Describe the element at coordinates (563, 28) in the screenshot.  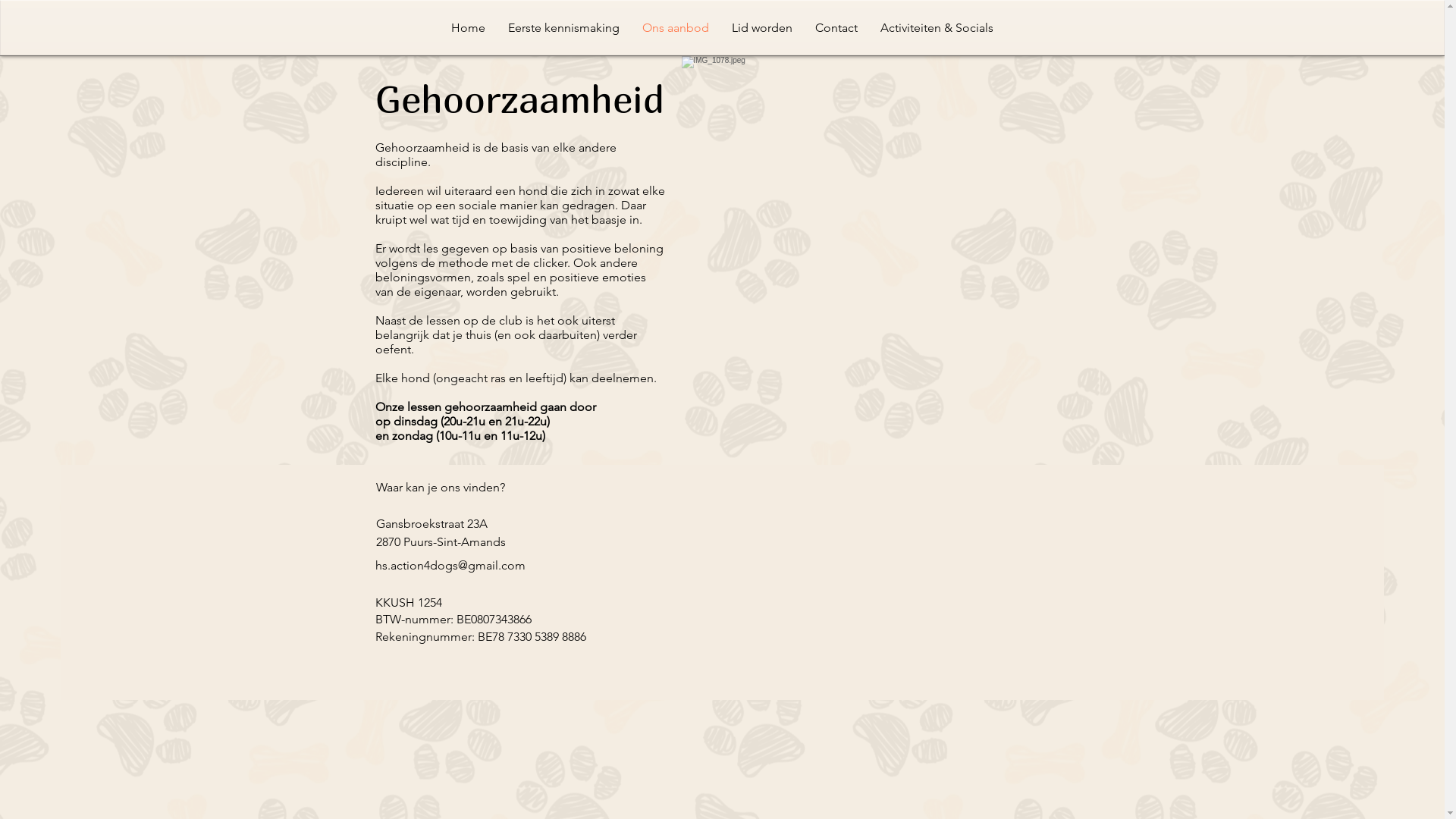
I see `'Eerste kennismaking'` at that location.